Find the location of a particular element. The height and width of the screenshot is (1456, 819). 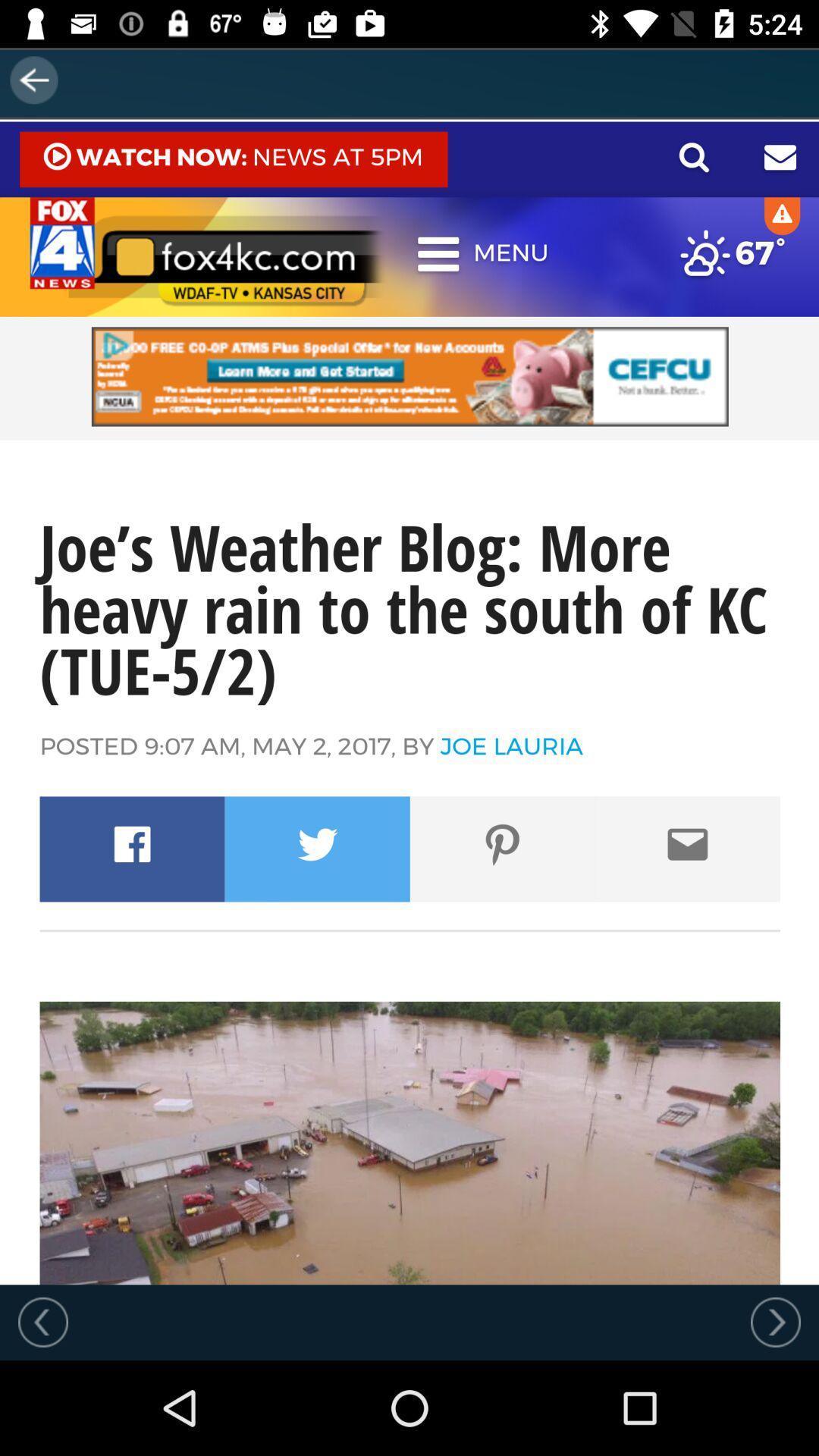

the arrow_backward icon is located at coordinates (43, 79).